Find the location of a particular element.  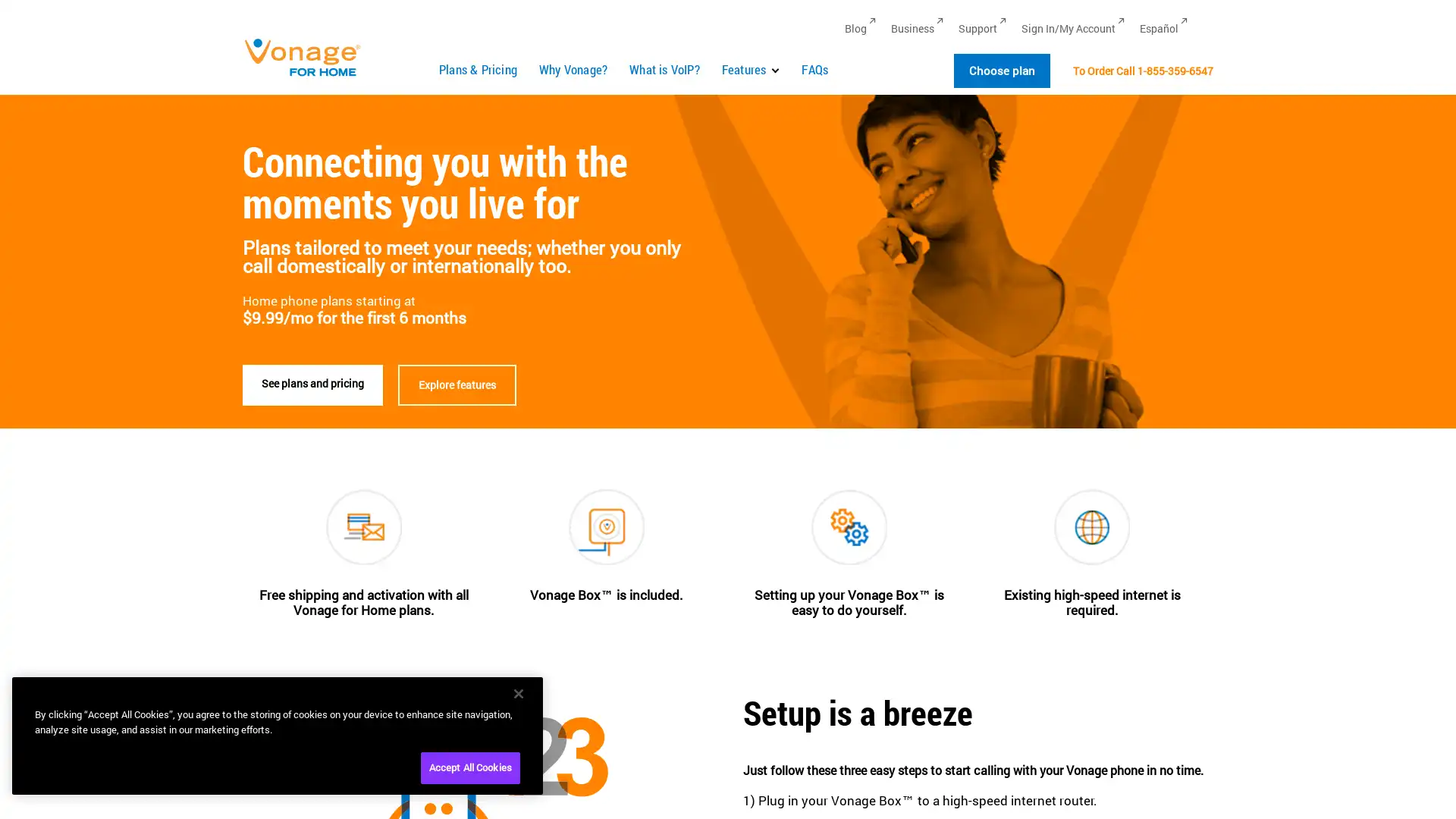

Cookies Settings is located at coordinates (345, 767).